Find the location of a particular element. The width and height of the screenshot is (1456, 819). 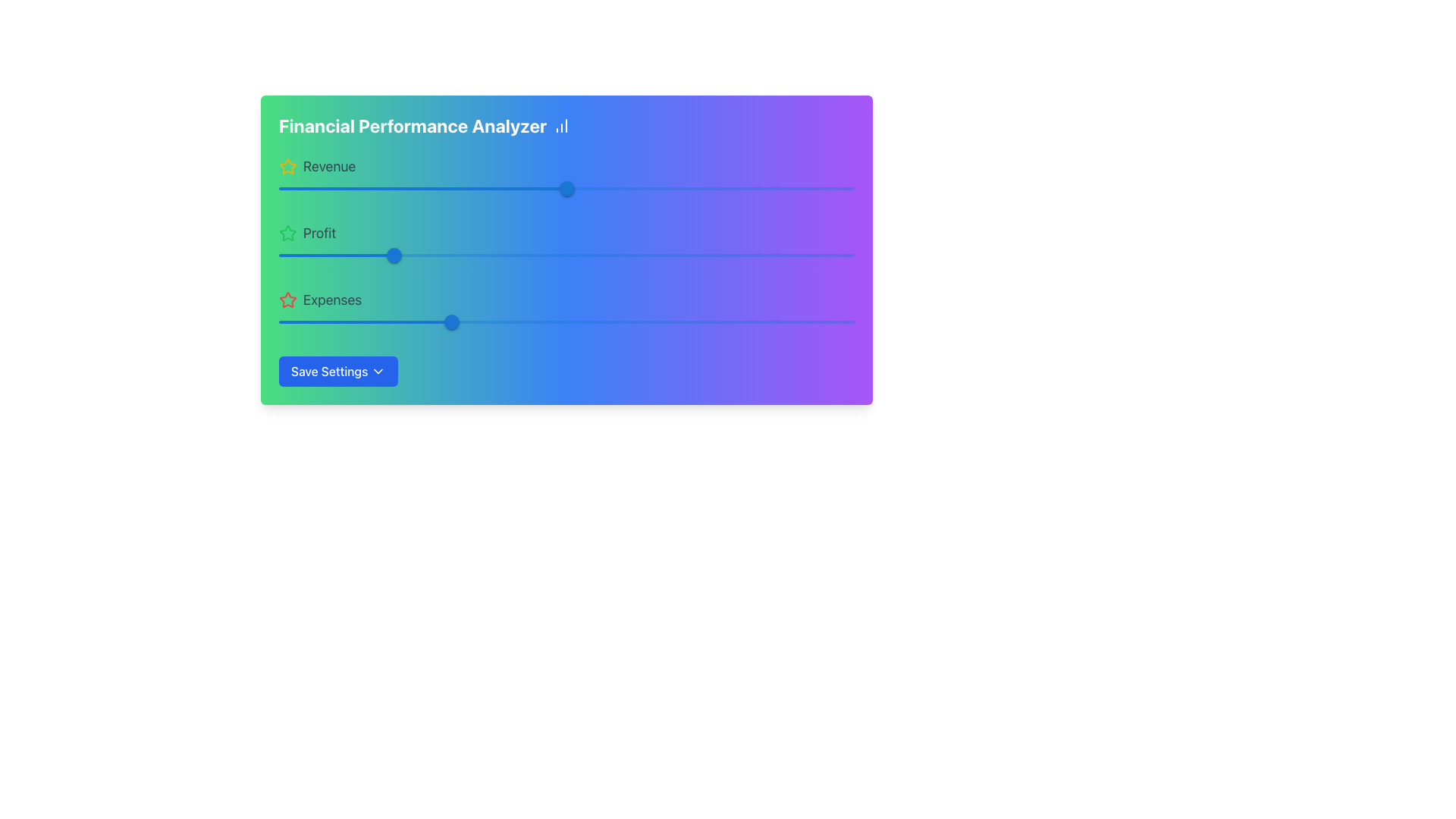

the slider value is located at coordinates (563, 188).